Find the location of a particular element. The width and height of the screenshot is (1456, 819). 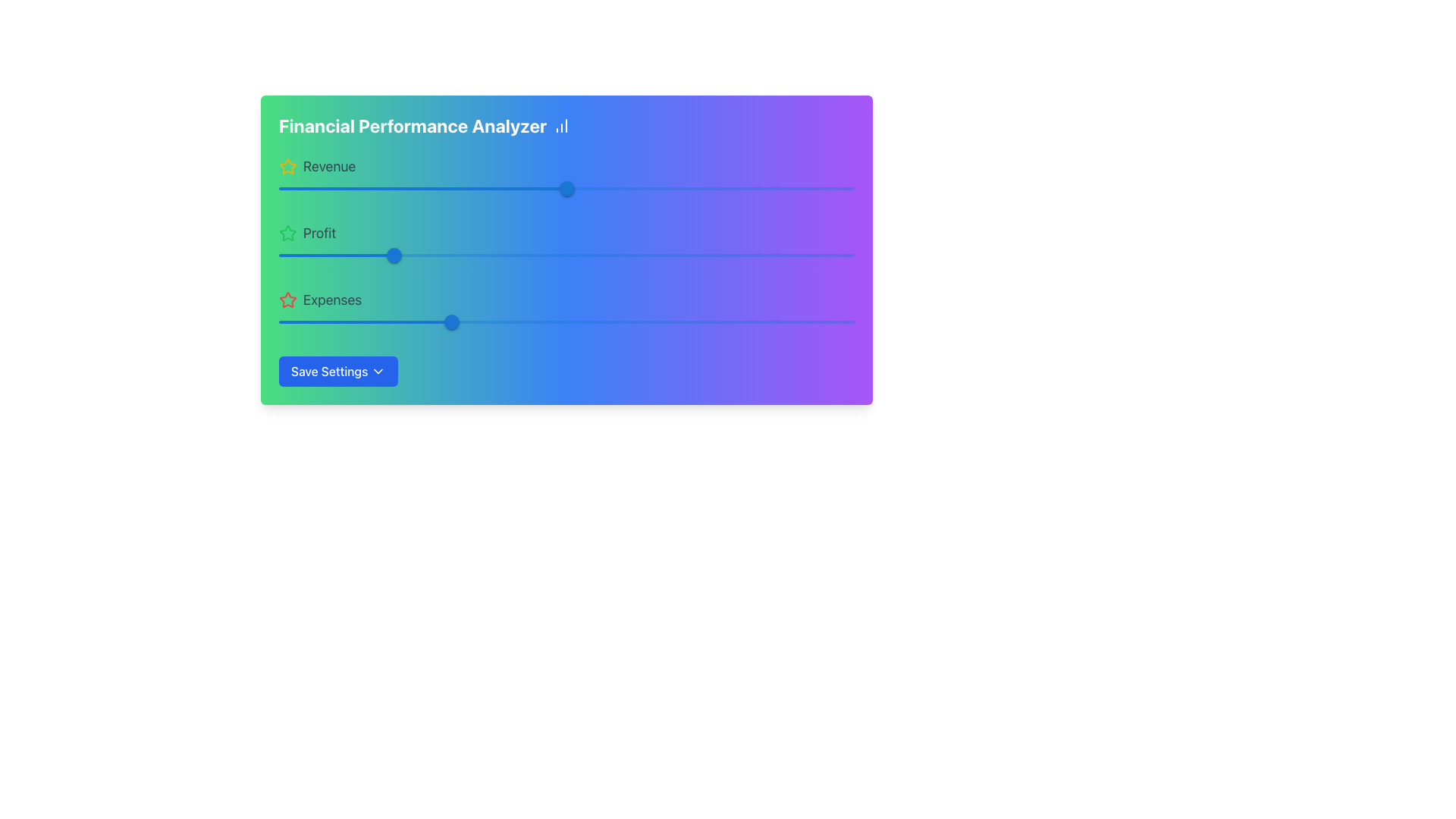

the slider value is located at coordinates (563, 188).